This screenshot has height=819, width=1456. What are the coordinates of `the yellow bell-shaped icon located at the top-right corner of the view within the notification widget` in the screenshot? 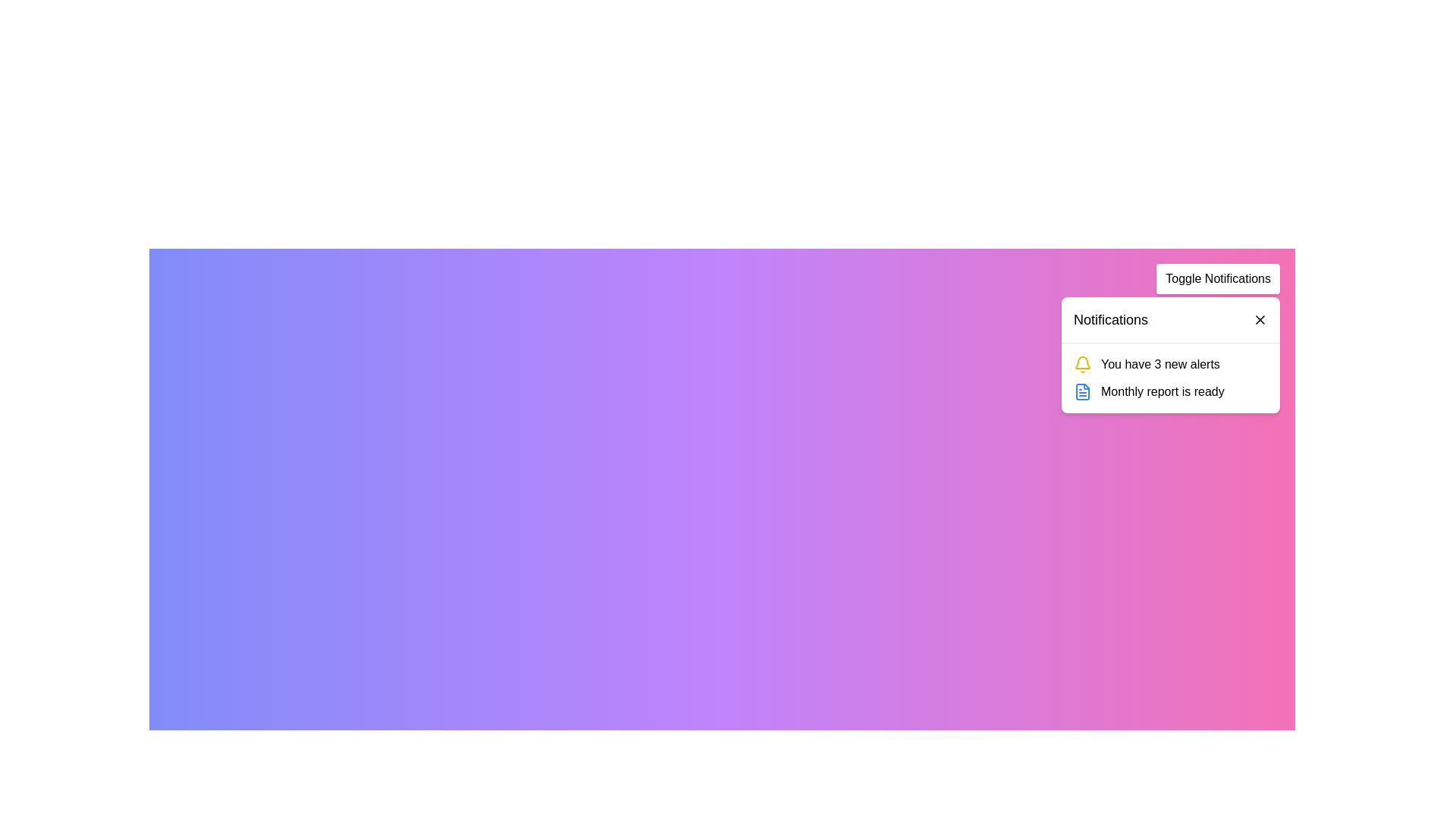 It's located at (1082, 362).